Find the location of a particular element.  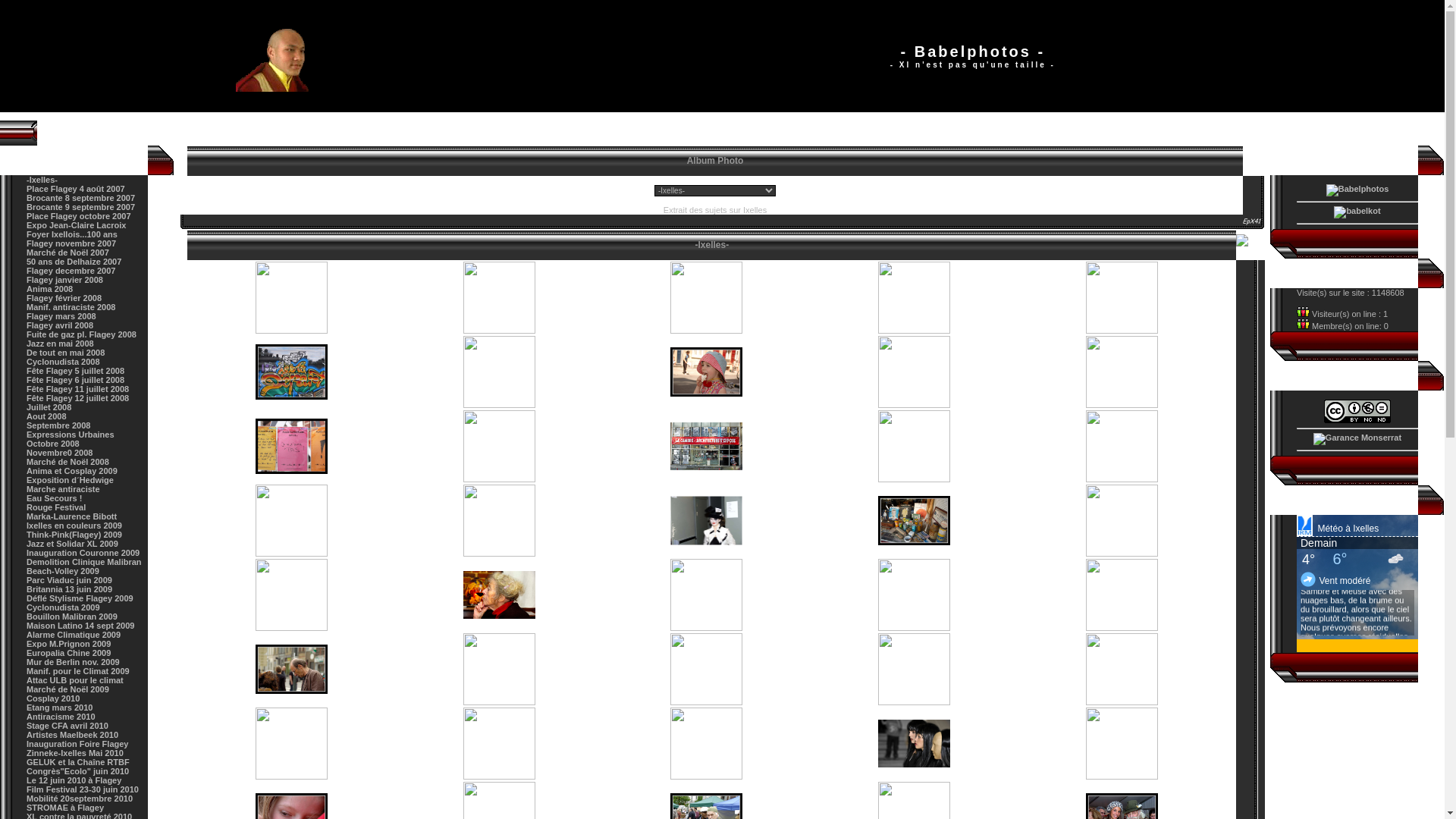

'Fermer' is located at coordinates (1250, 244).